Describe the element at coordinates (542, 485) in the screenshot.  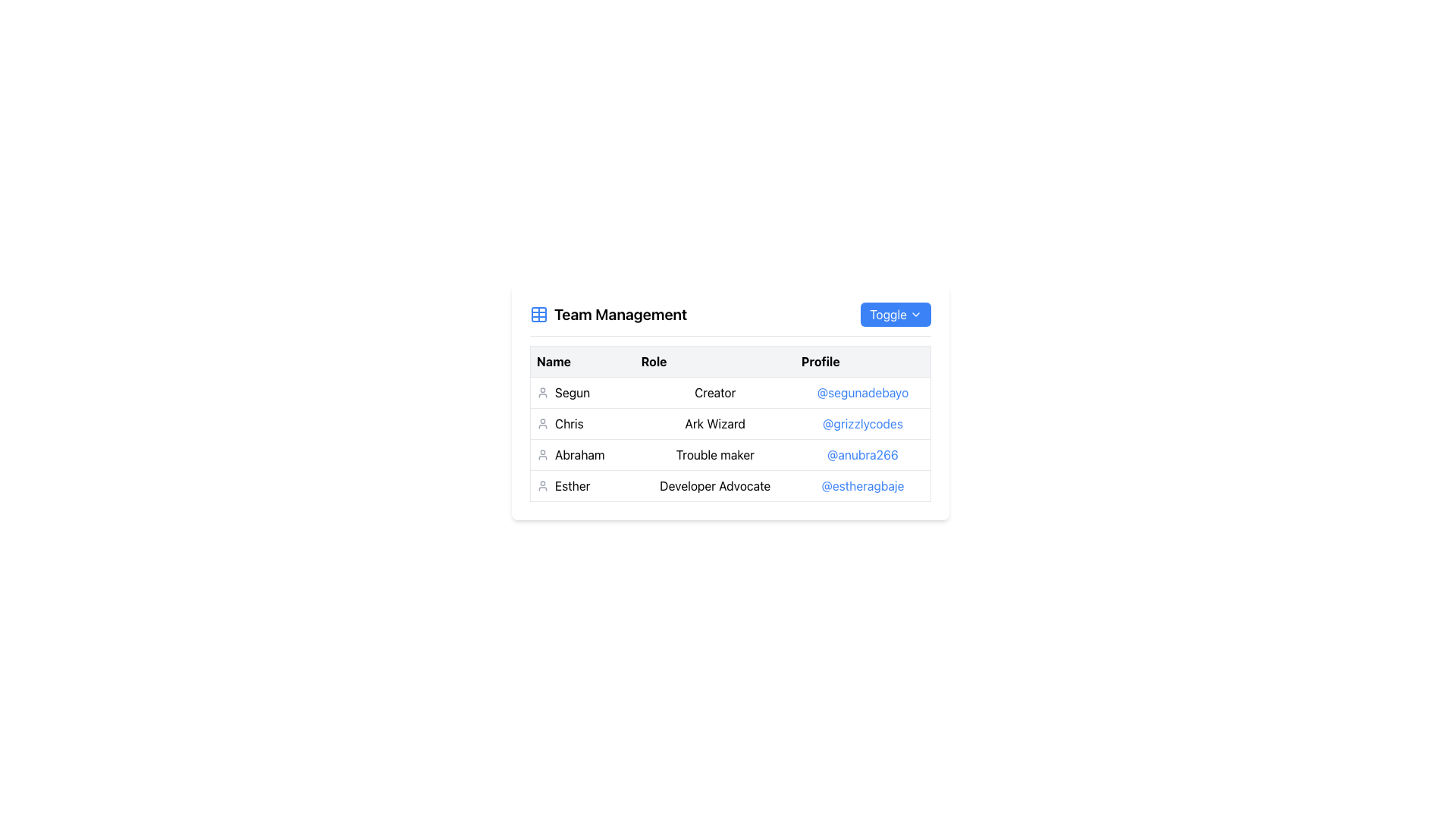
I see `the visual identifier icon for the user named 'Esther' located in the last row under the 'Name' column of the 'Team Management' table` at that location.